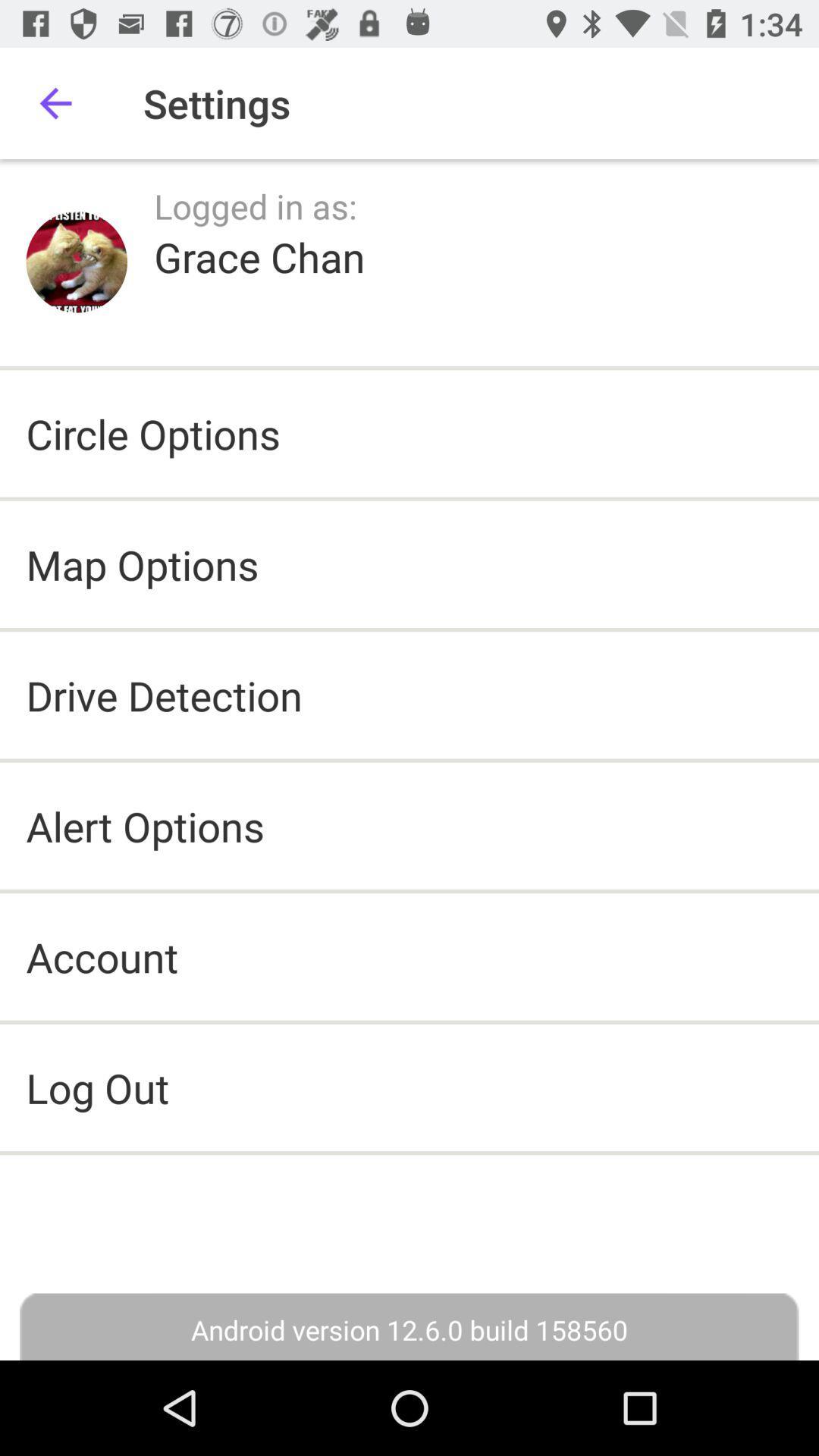 The image size is (819, 1456). What do you see at coordinates (102, 955) in the screenshot?
I see `account icon` at bounding box center [102, 955].